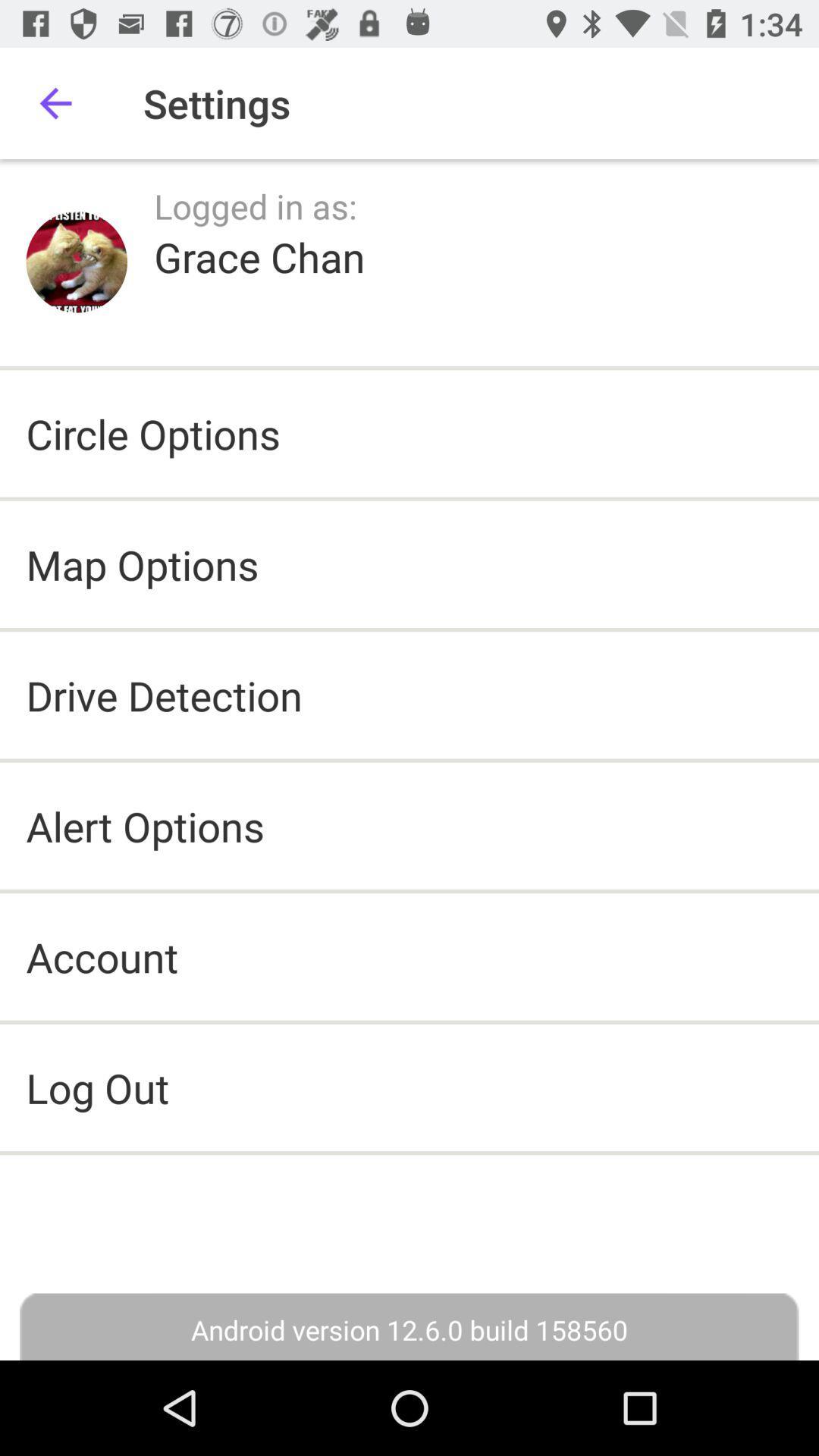 The image size is (819, 1456). What do you see at coordinates (102, 955) in the screenshot?
I see `account icon` at bounding box center [102, 955].